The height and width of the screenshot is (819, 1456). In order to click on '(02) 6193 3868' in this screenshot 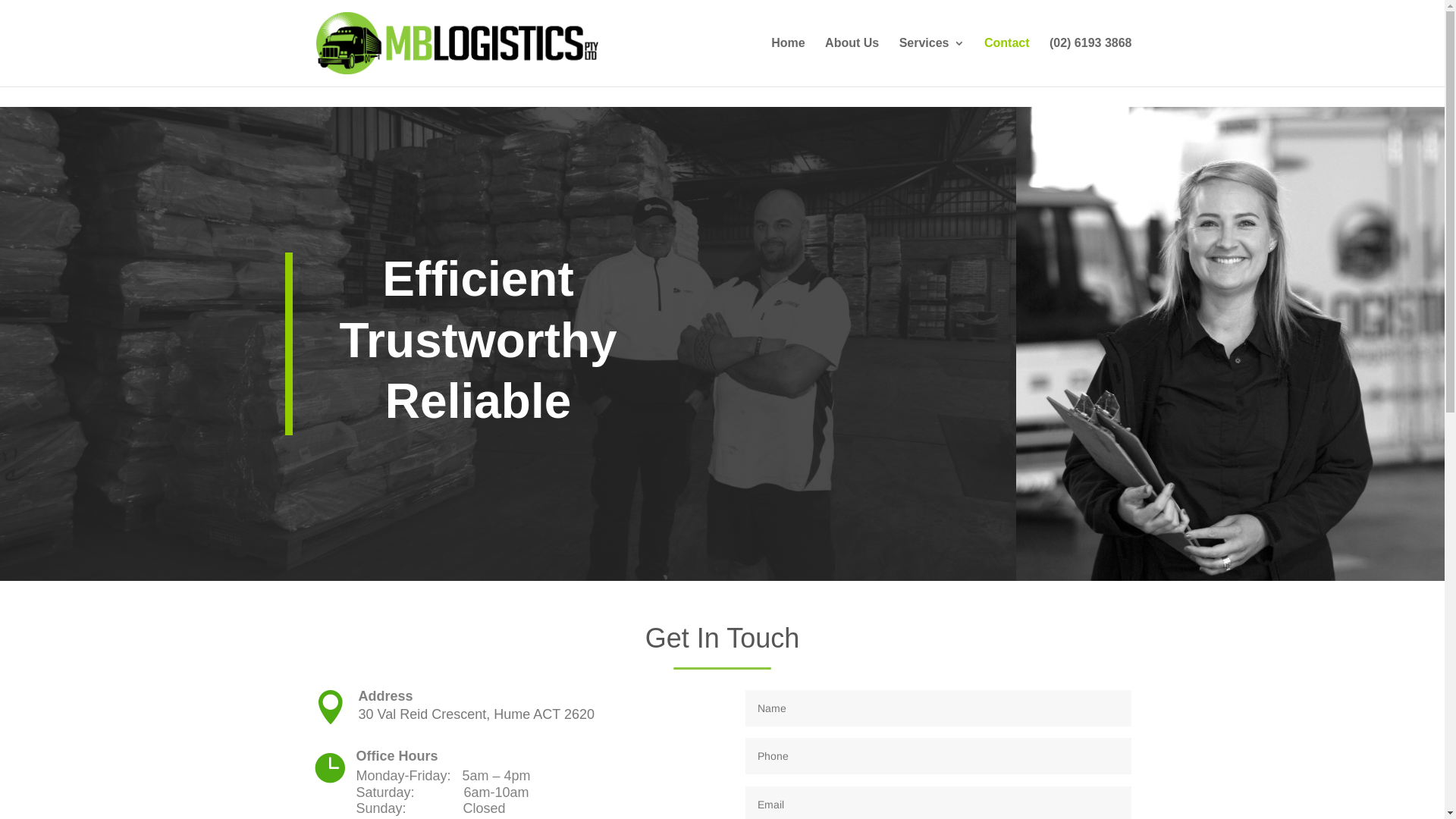, I will do `click(1090, 61)`.